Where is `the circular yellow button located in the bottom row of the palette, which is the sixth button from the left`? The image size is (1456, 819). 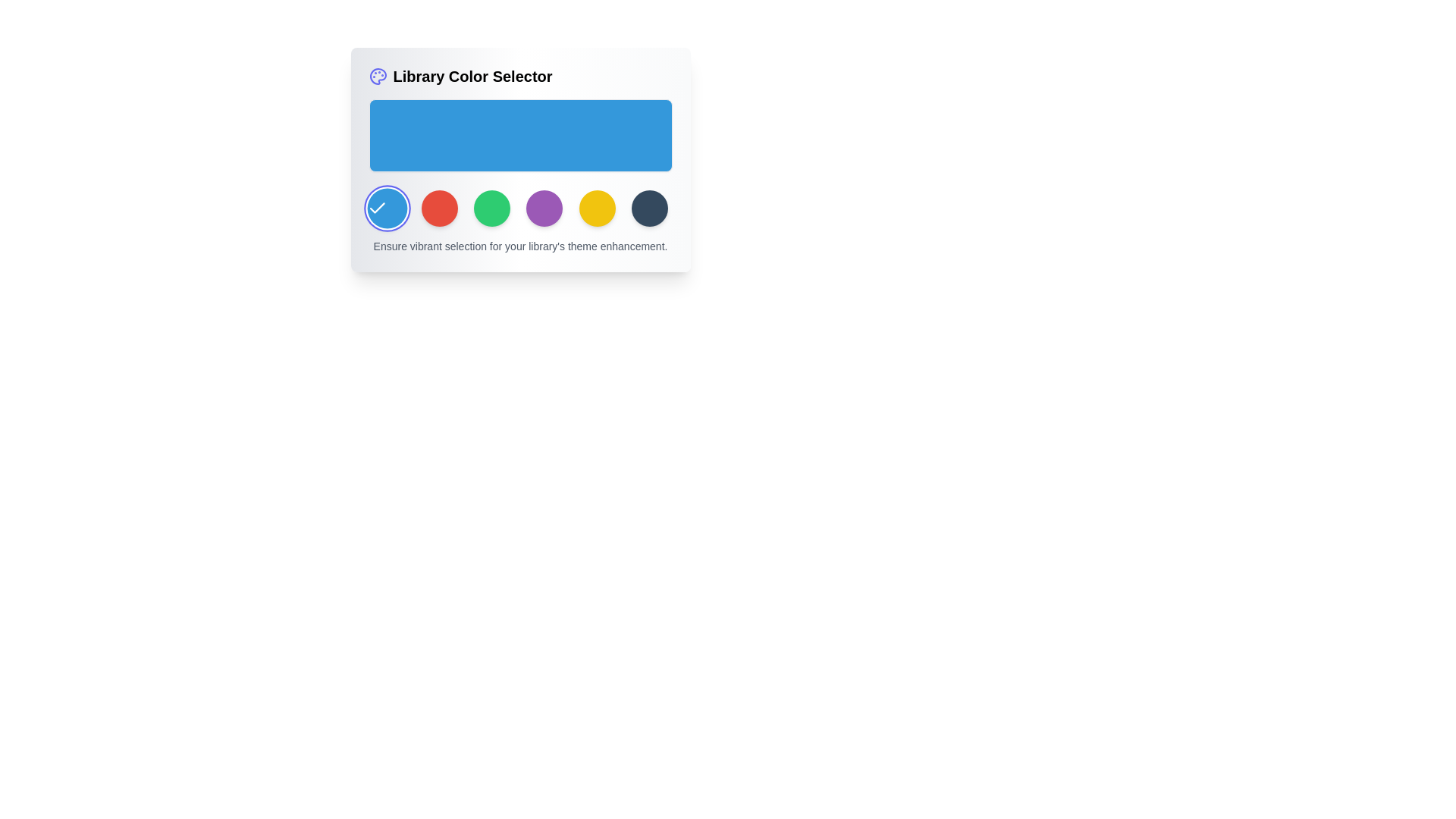
the circular yellow button located in the bottom row of the palette, which is the sixth button from the left is located at coordinates (596, 208).